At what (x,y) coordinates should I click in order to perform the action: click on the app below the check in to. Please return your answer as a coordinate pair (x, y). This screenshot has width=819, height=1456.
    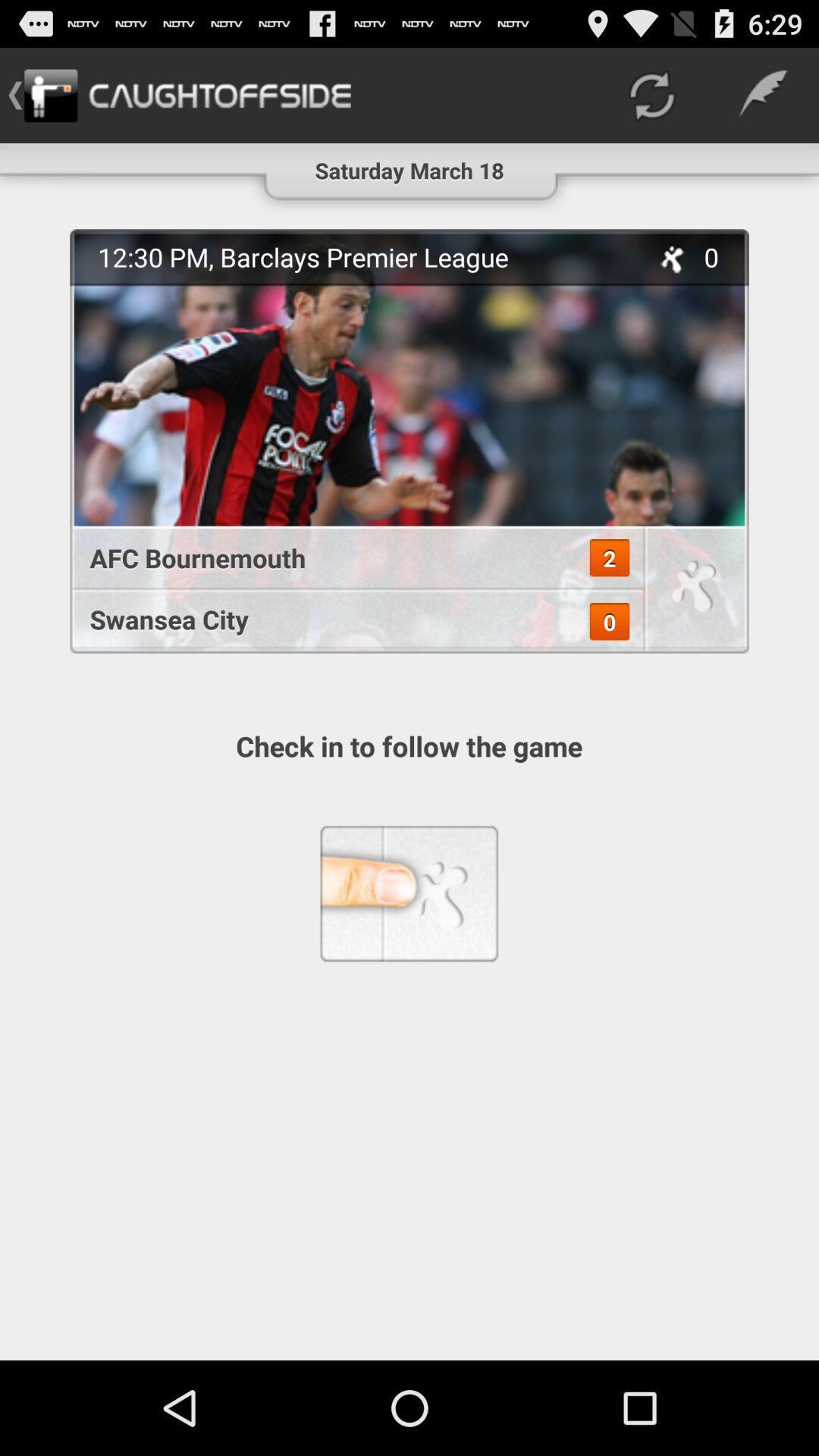
    Looking at the image, I should click on (408, 893).